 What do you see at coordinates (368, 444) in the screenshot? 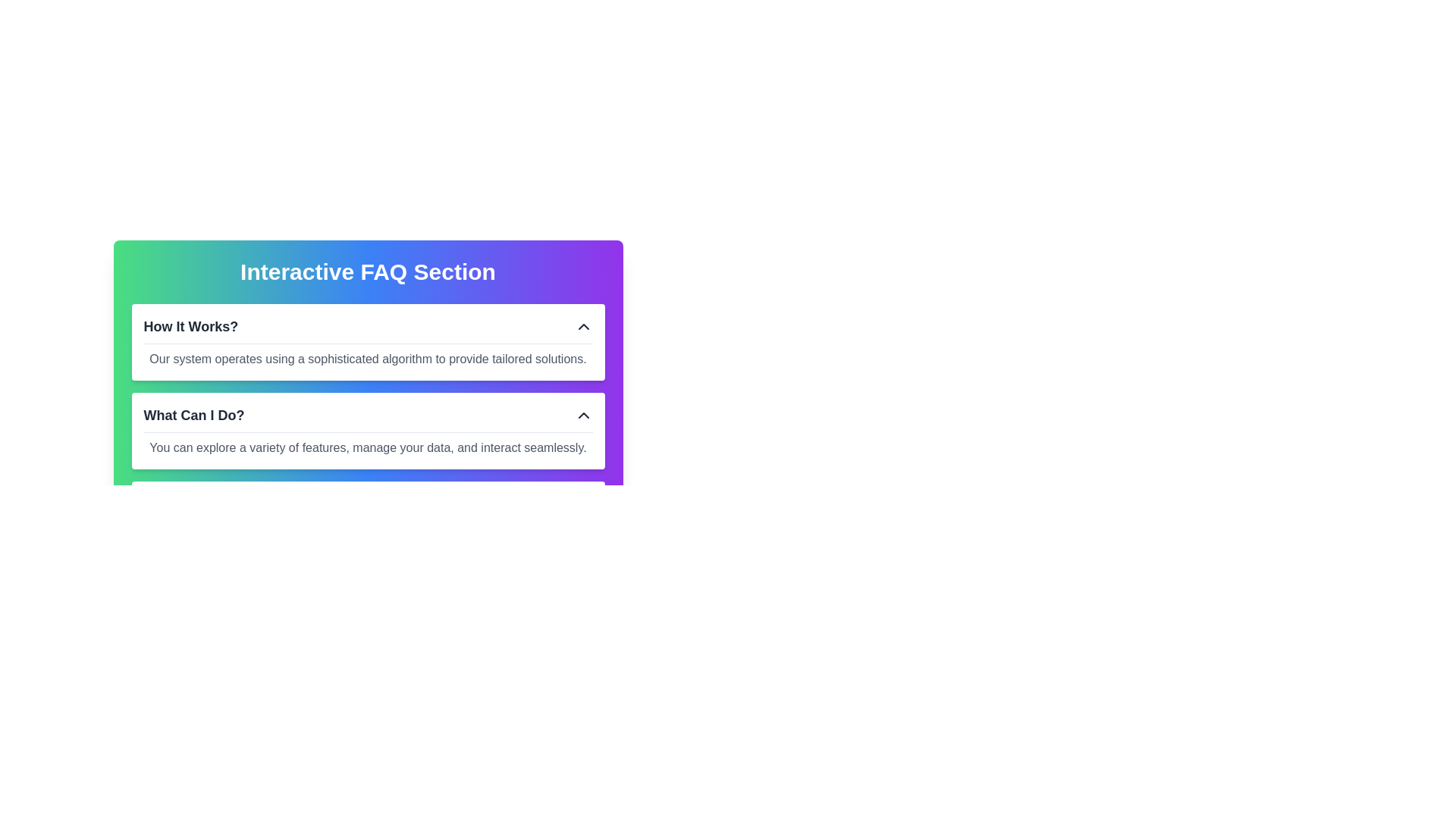
I see `the text element displaying the message 'You can explore a variety of features, manage your data, and interact seamlessly.' located in the FAQ section under the 'What Can I Do?' header` at bounding box center [368, 444].